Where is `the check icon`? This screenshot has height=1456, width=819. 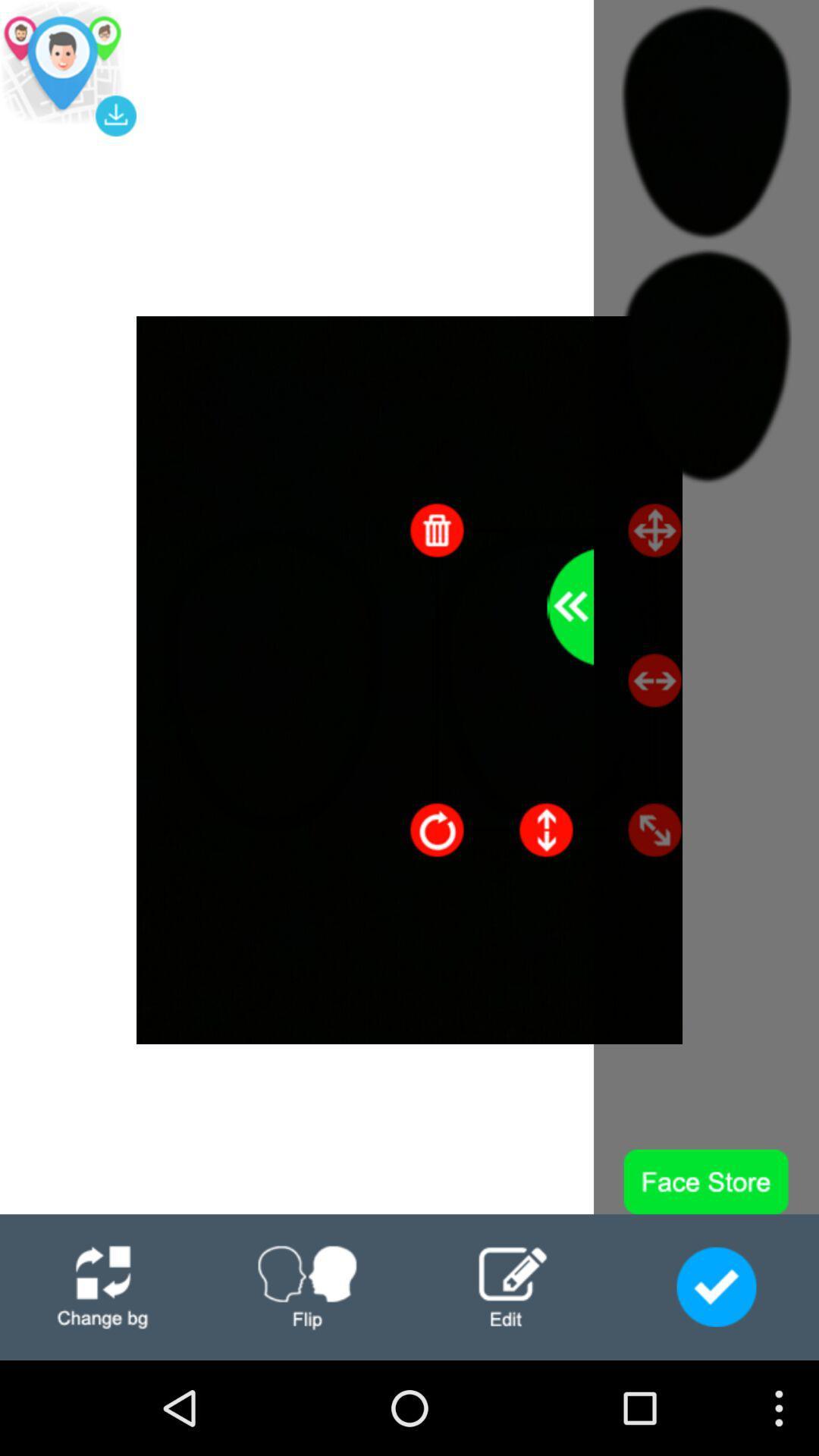 the check icon is located at coordinates (717, 1377).